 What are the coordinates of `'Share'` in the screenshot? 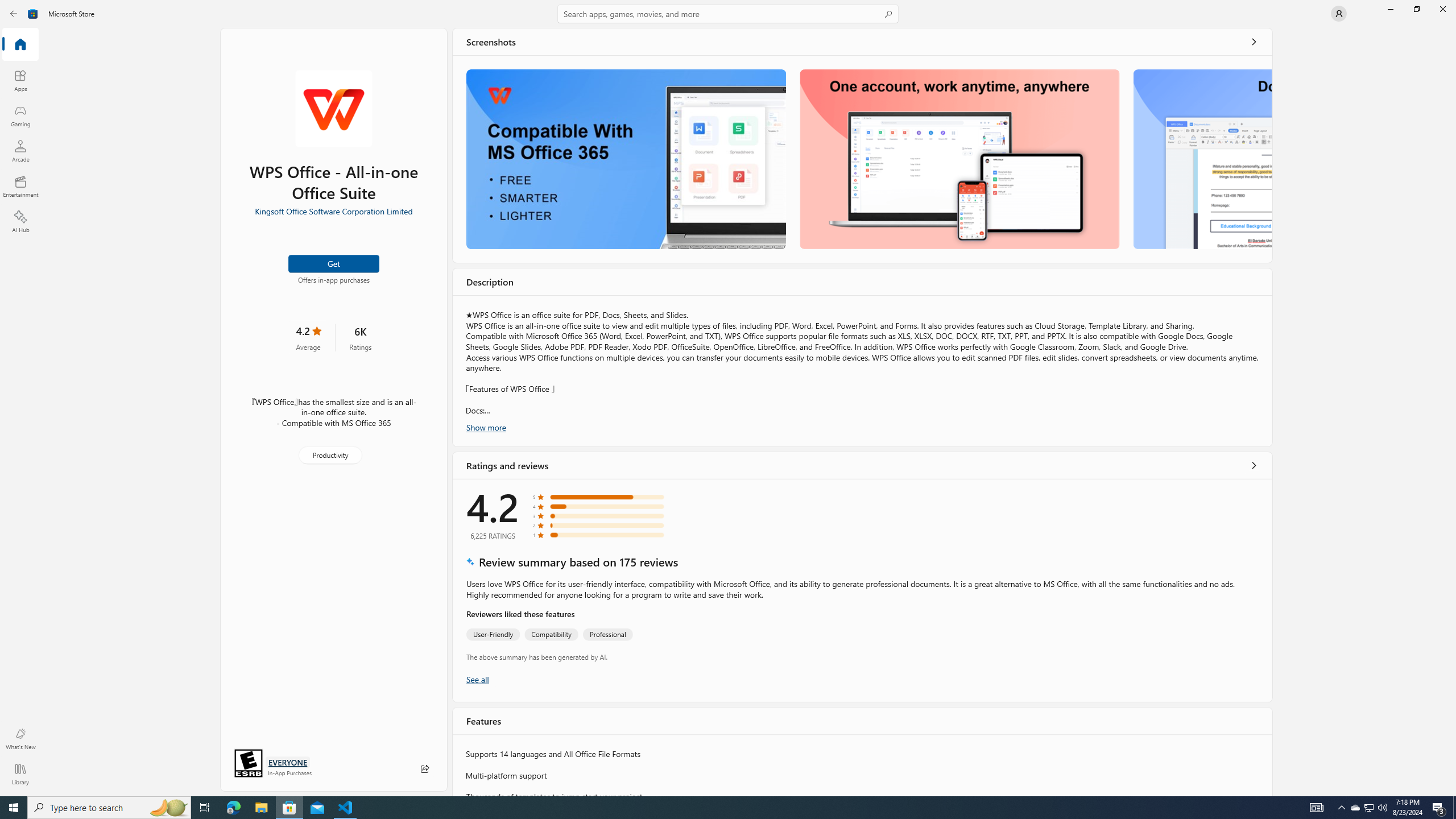 It's located at (424, 768).